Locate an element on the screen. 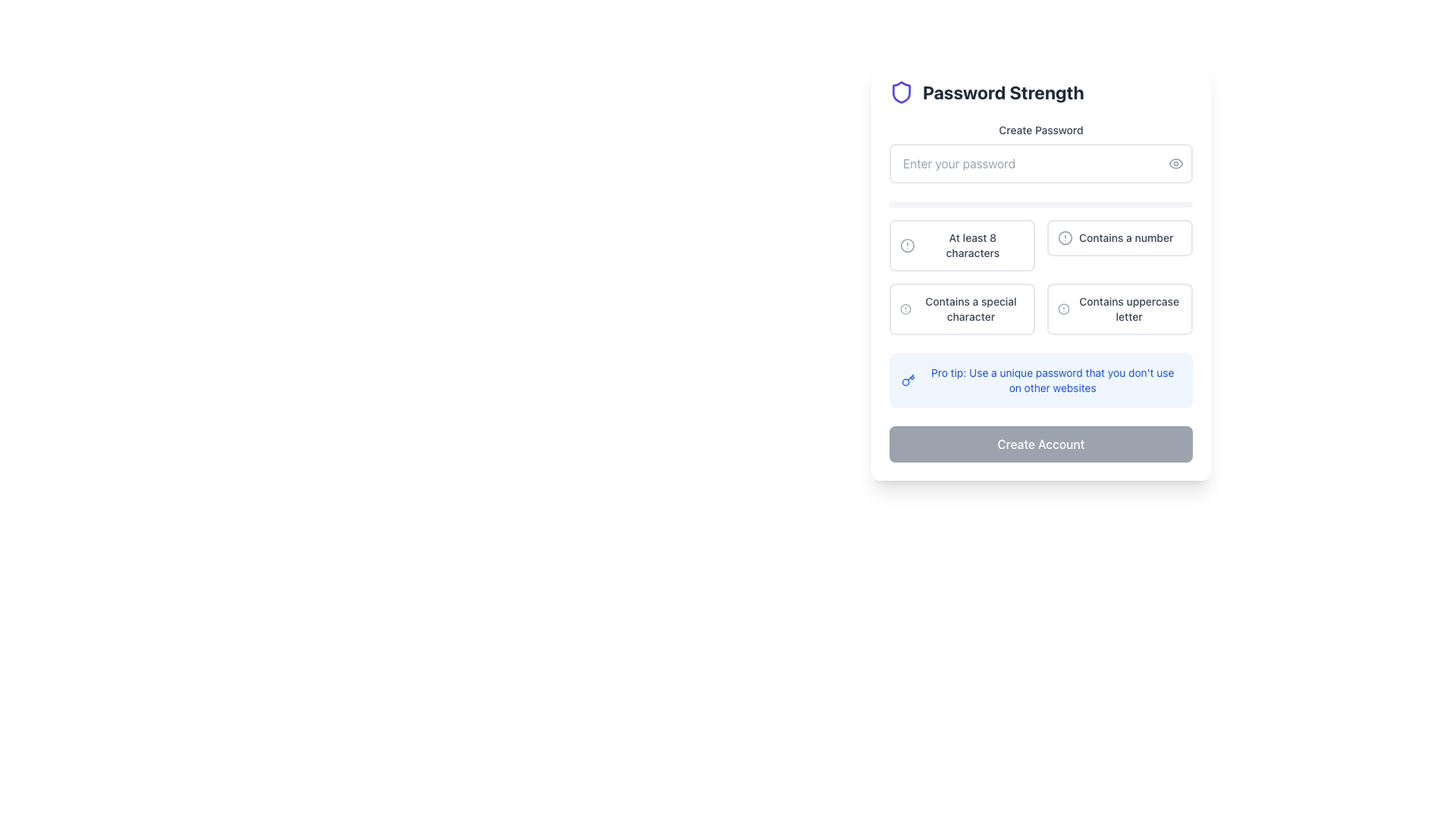 This screenshot has height=819, width=1456. the Text label that informs users about the password length requirement, located in the top left of the password guidelines section is located at coordinates (972, 245).